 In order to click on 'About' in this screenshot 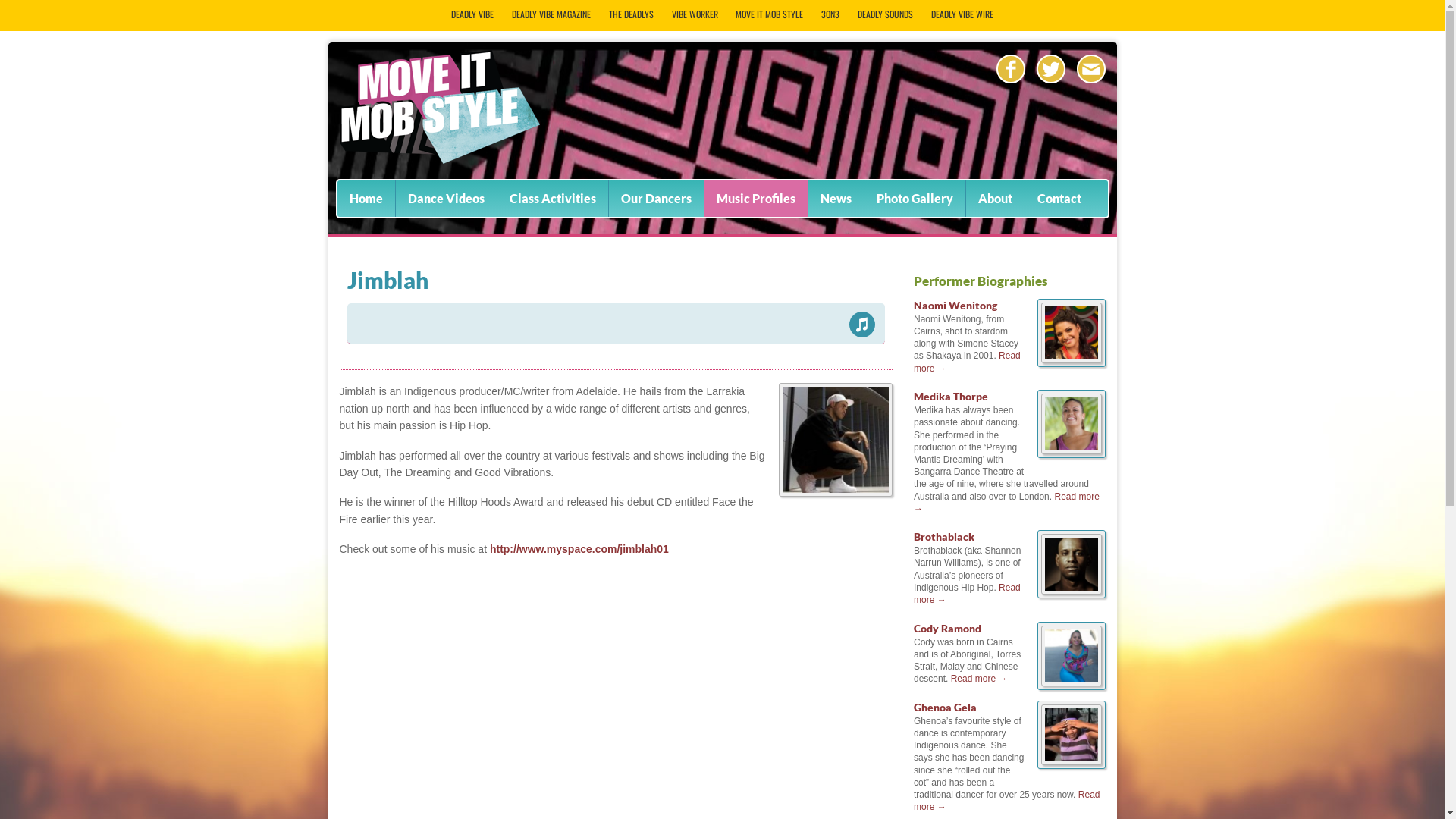, I will do `click(995, 198)`.